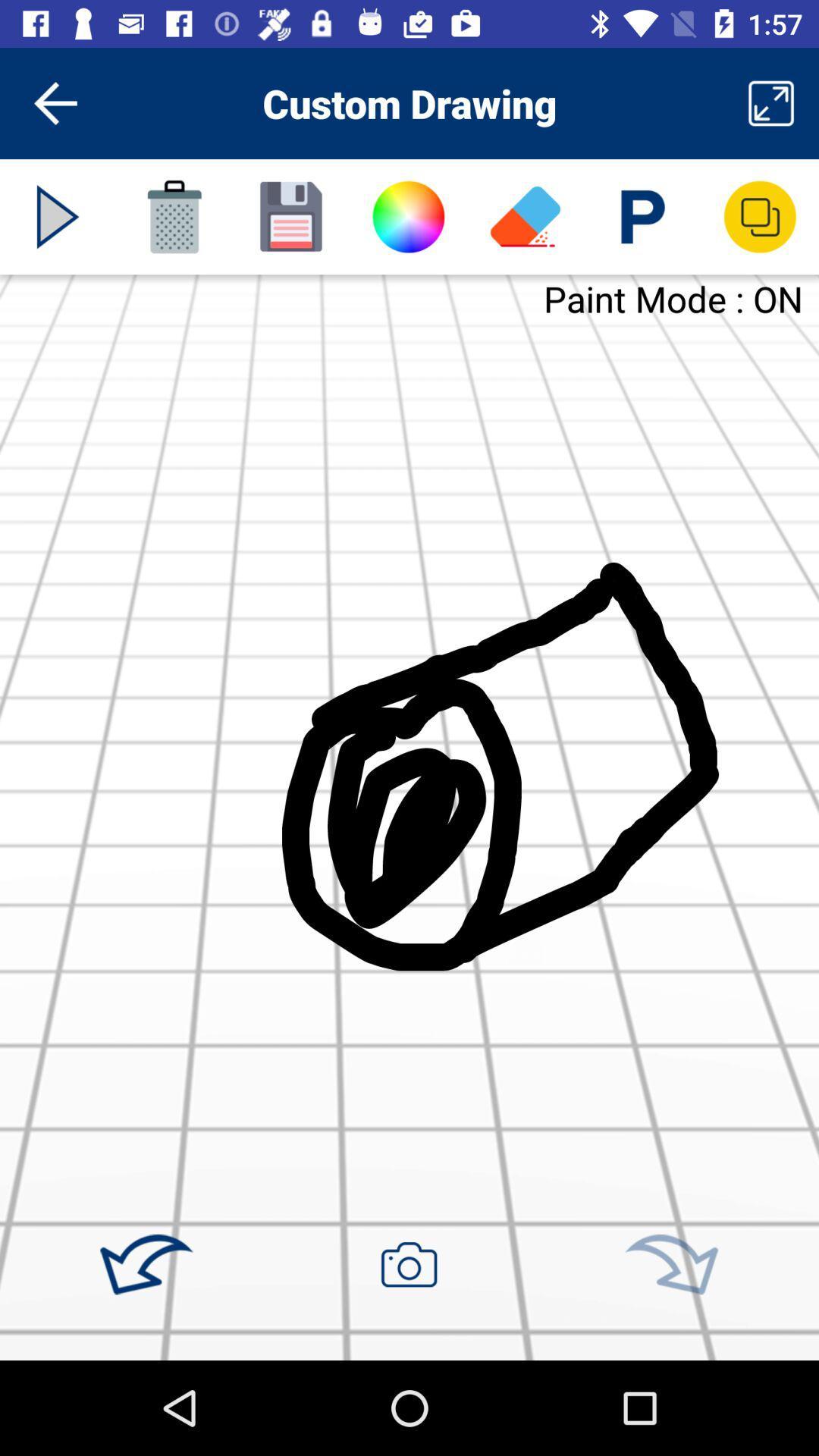 This screenshot has width=819, height=1456. I want to click on erase, so click(525, 216).